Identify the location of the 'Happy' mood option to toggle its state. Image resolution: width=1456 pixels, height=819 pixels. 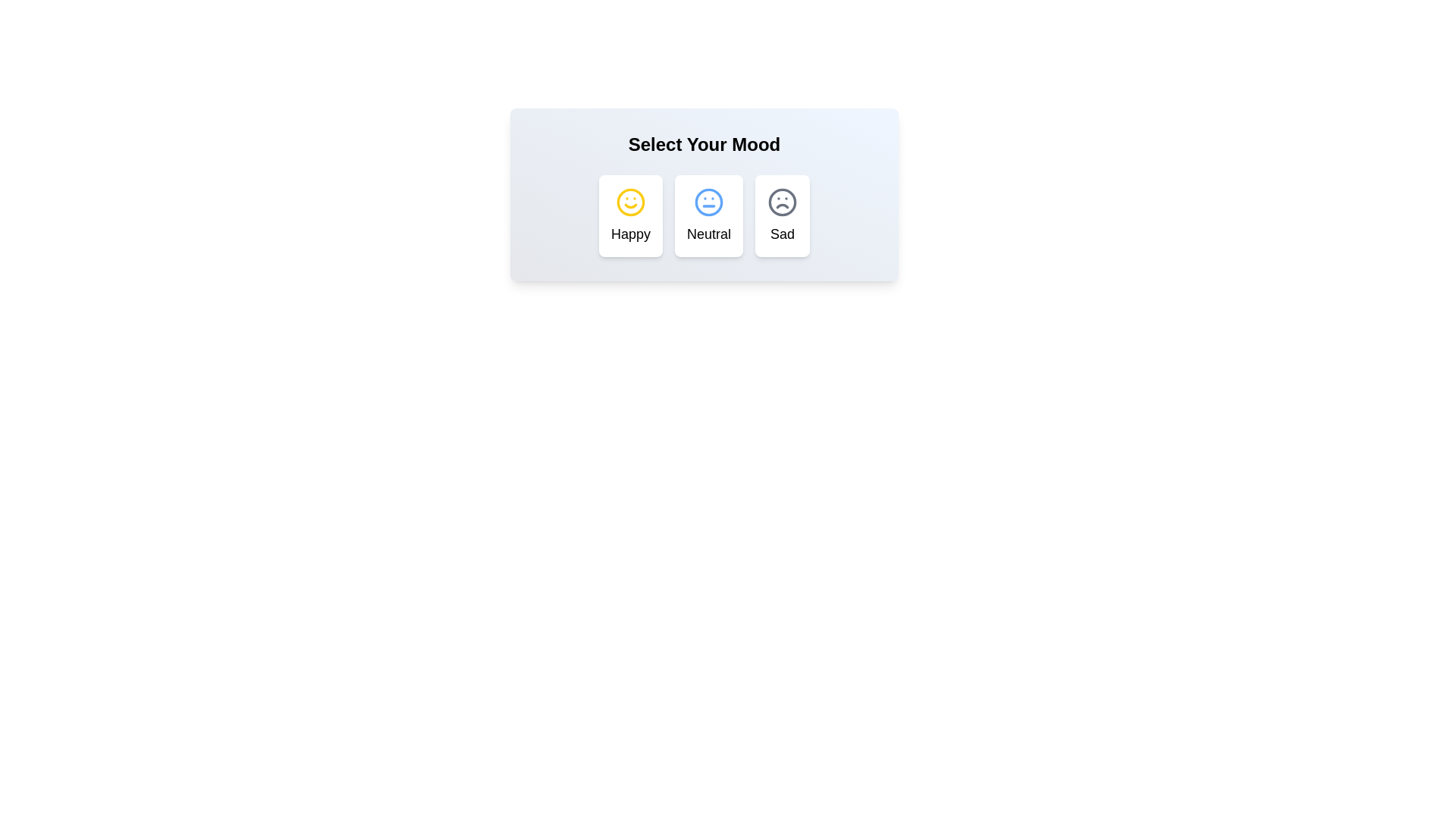
(630, 216).